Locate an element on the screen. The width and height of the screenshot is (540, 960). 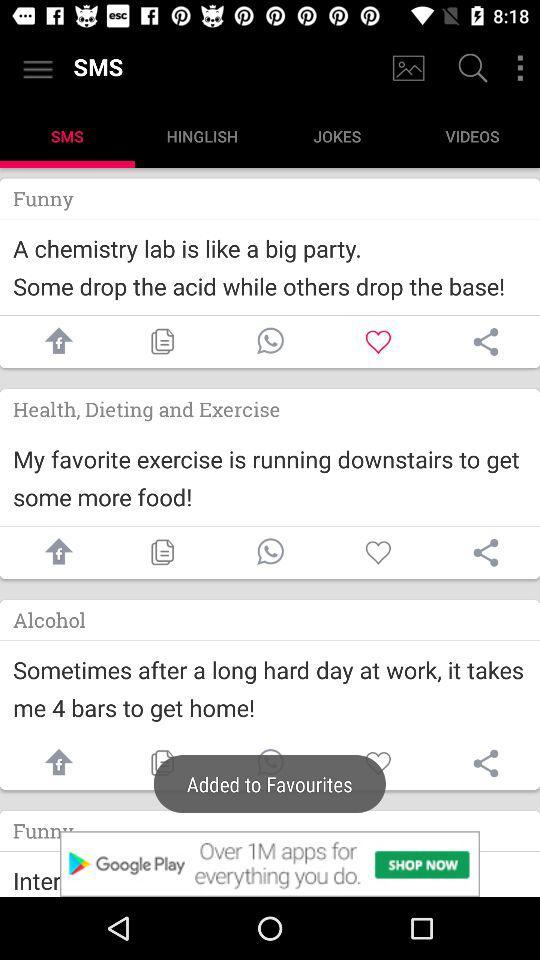
share on facebook is located at coordinates (54, 552).